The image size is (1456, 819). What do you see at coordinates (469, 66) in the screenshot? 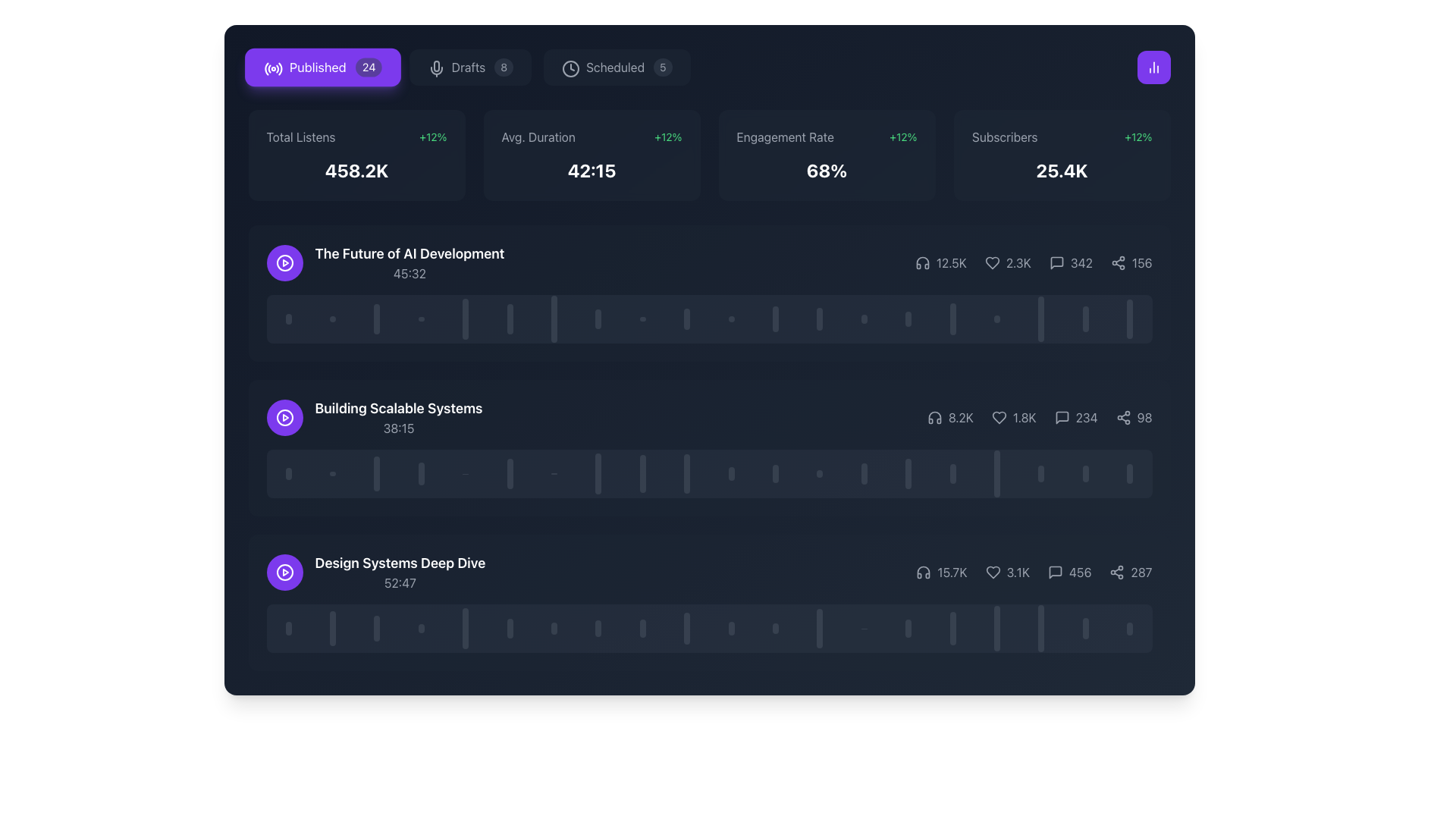
I see `the 'Drafts' button, which is the second button in a horizontal set, featuring the text 'Drafts' and the number '8' with a microphone icon to the left` at bounding box center [469, 66].